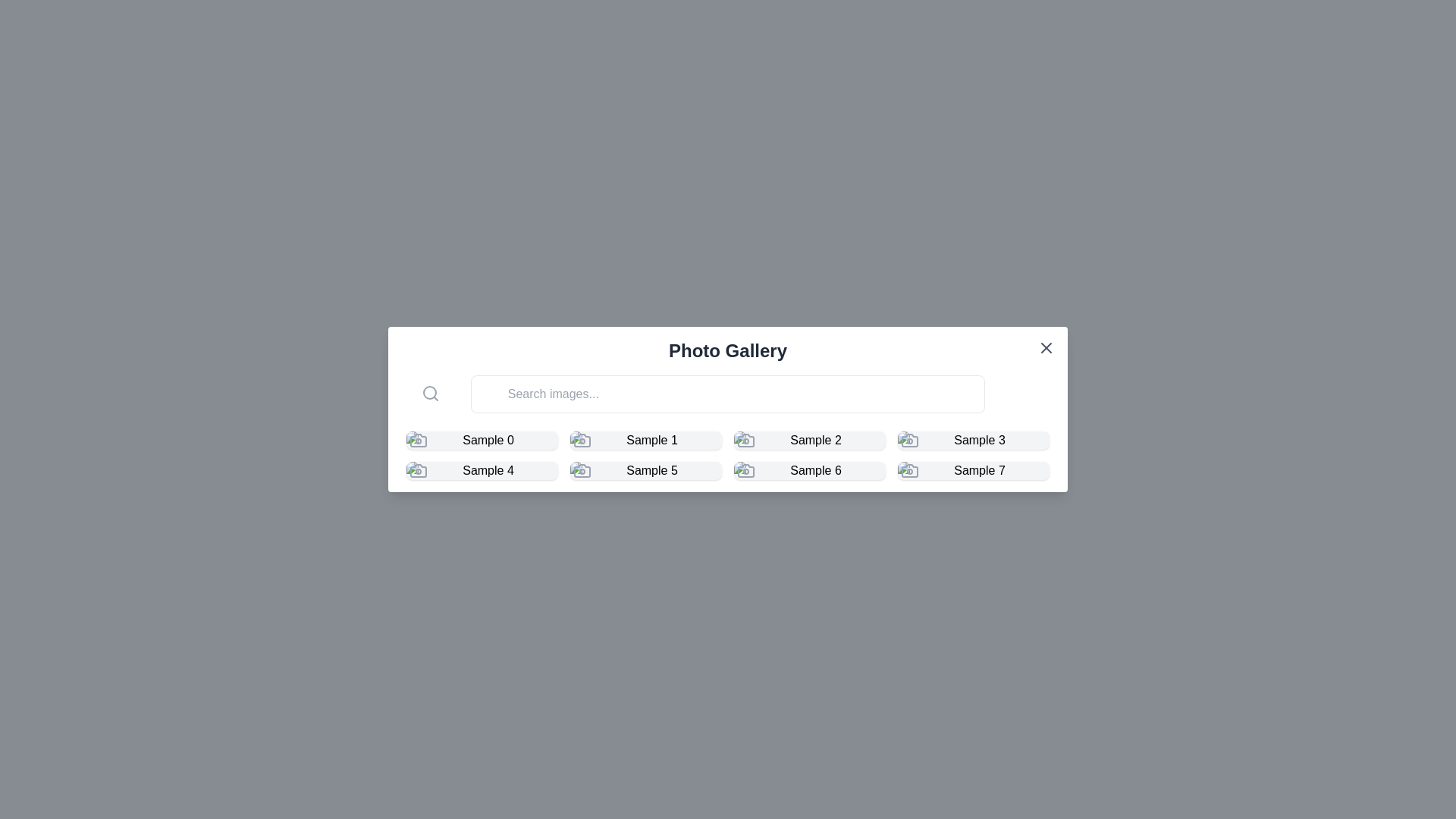 The height and width of the screenshot is (819, 1456). I want to click on the Gallery card UI component located in the first row and first column of the grid layout, so click(481, 441).